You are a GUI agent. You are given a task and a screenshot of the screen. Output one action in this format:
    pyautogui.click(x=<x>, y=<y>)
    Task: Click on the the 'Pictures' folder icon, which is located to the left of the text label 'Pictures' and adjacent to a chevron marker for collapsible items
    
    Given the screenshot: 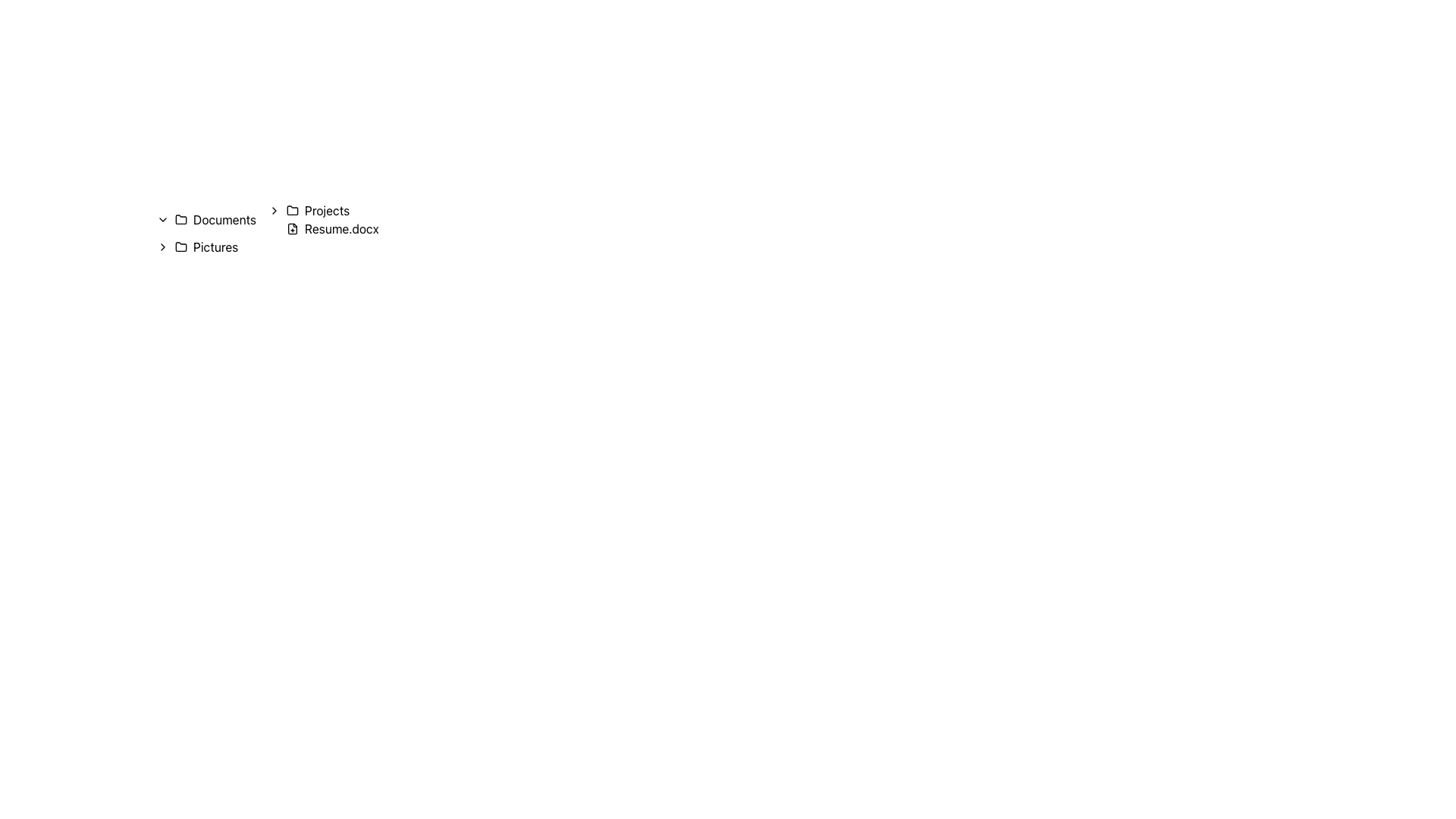 What is the action you would take?
    pyautogui.click(x=181, y=246)
    